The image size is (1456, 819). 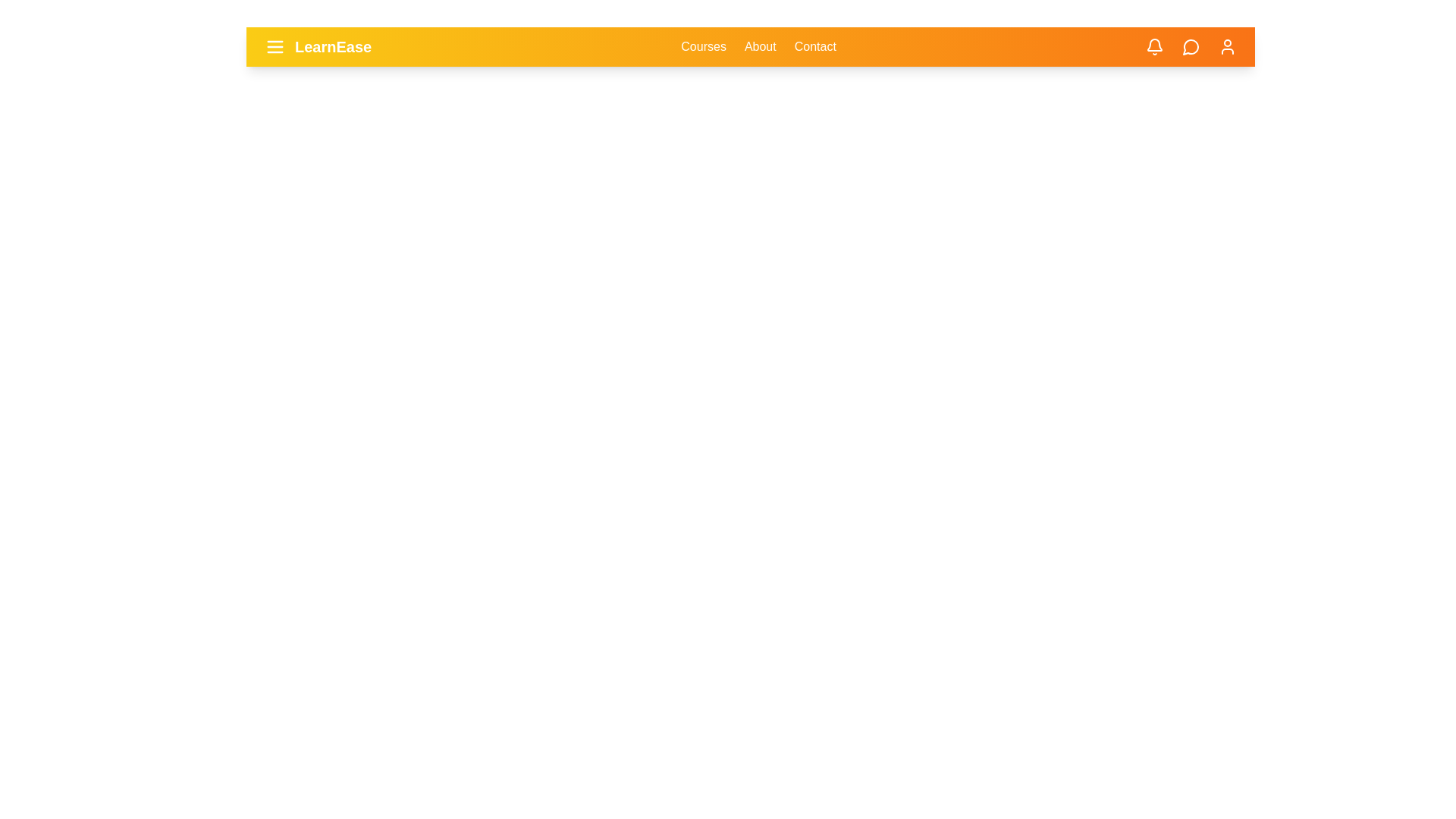 I want to click on the message icon to open messages, so click(x=1190, y=45).